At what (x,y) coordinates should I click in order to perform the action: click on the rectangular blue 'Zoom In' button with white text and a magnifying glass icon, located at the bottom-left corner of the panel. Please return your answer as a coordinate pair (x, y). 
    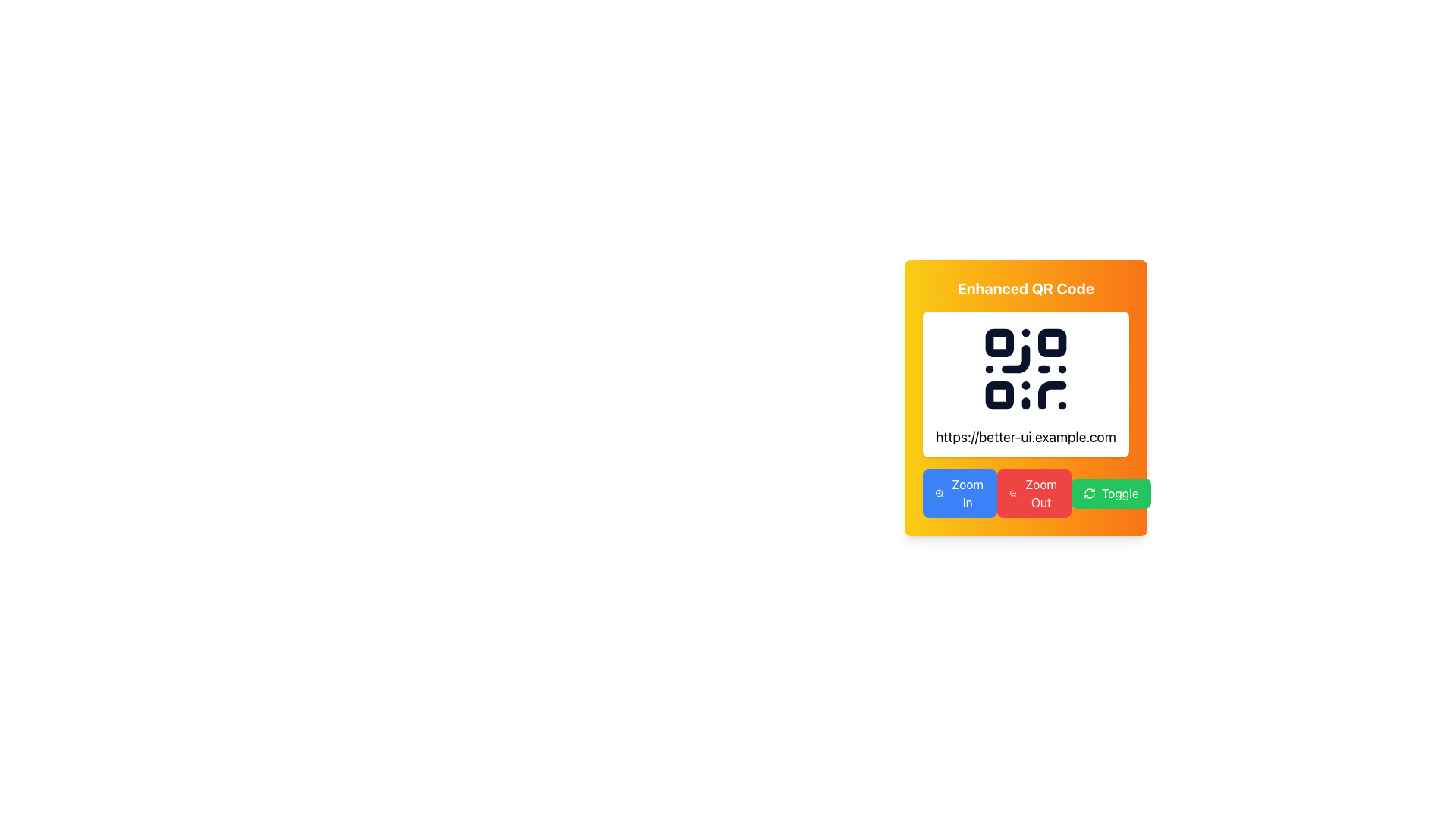
    Looking at the image, I should click on (959, 494).